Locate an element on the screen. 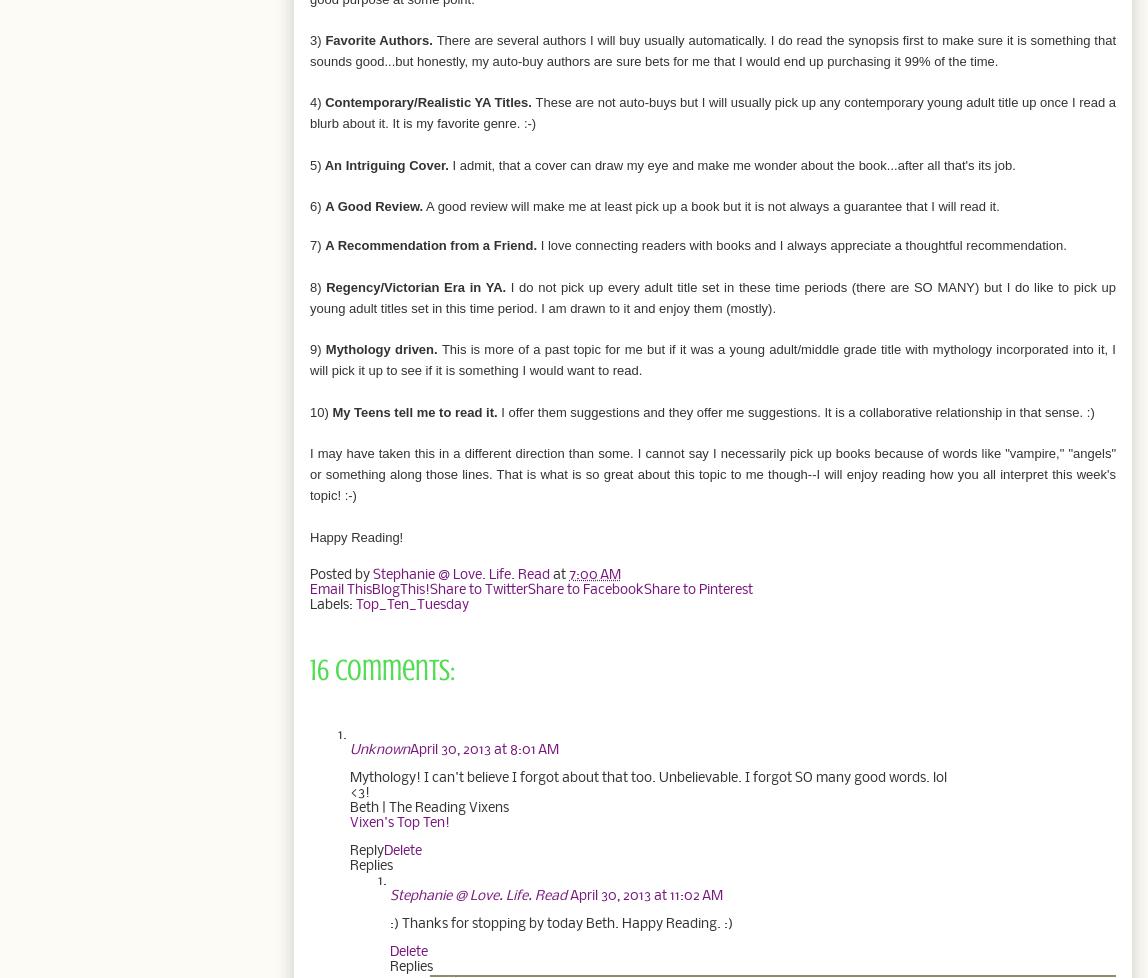 The width and height of the screenshot is (1148, 978). '3)' is located at coordinates (317, 40).